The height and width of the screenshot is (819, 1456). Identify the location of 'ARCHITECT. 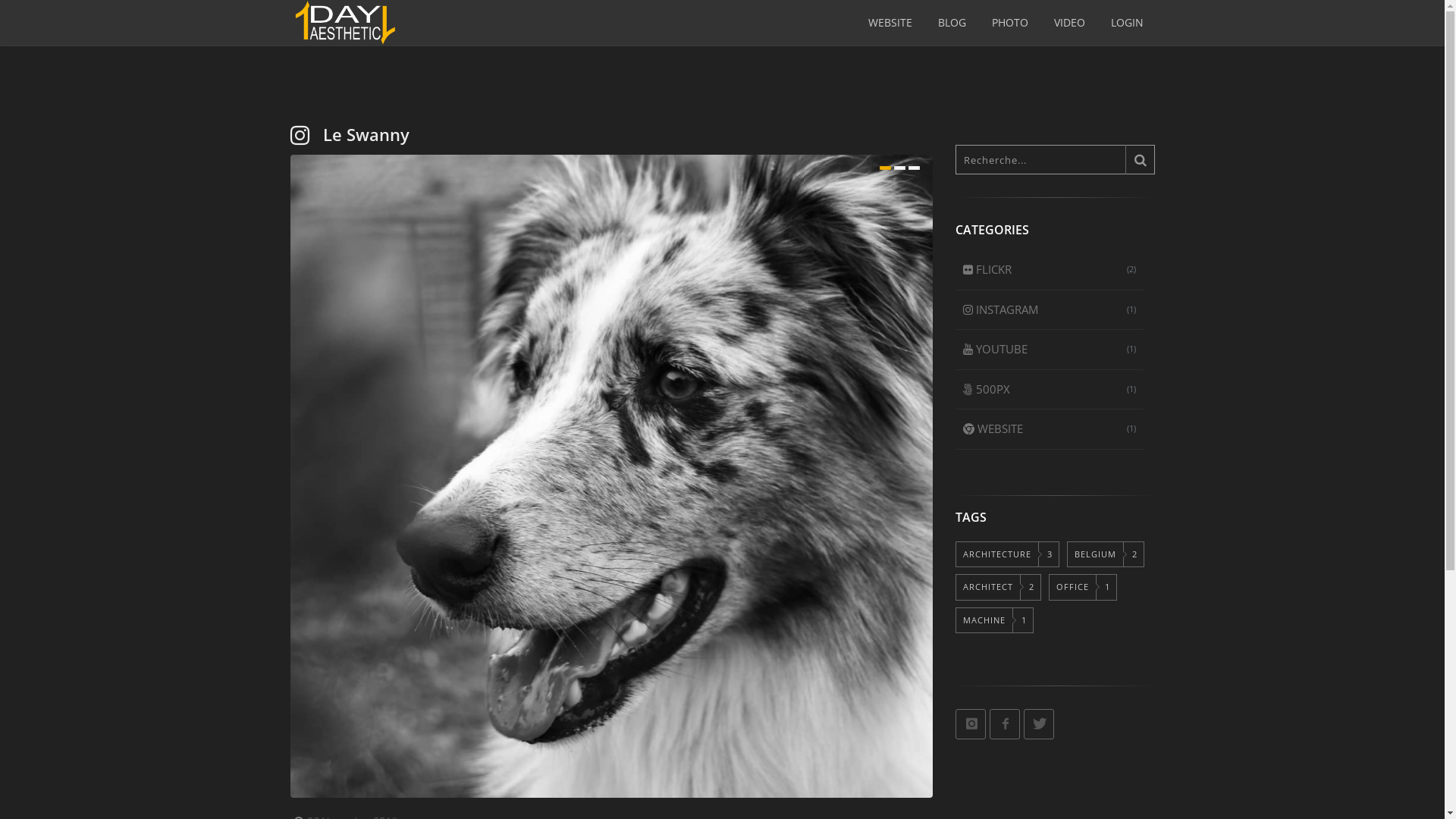
(998, 586).